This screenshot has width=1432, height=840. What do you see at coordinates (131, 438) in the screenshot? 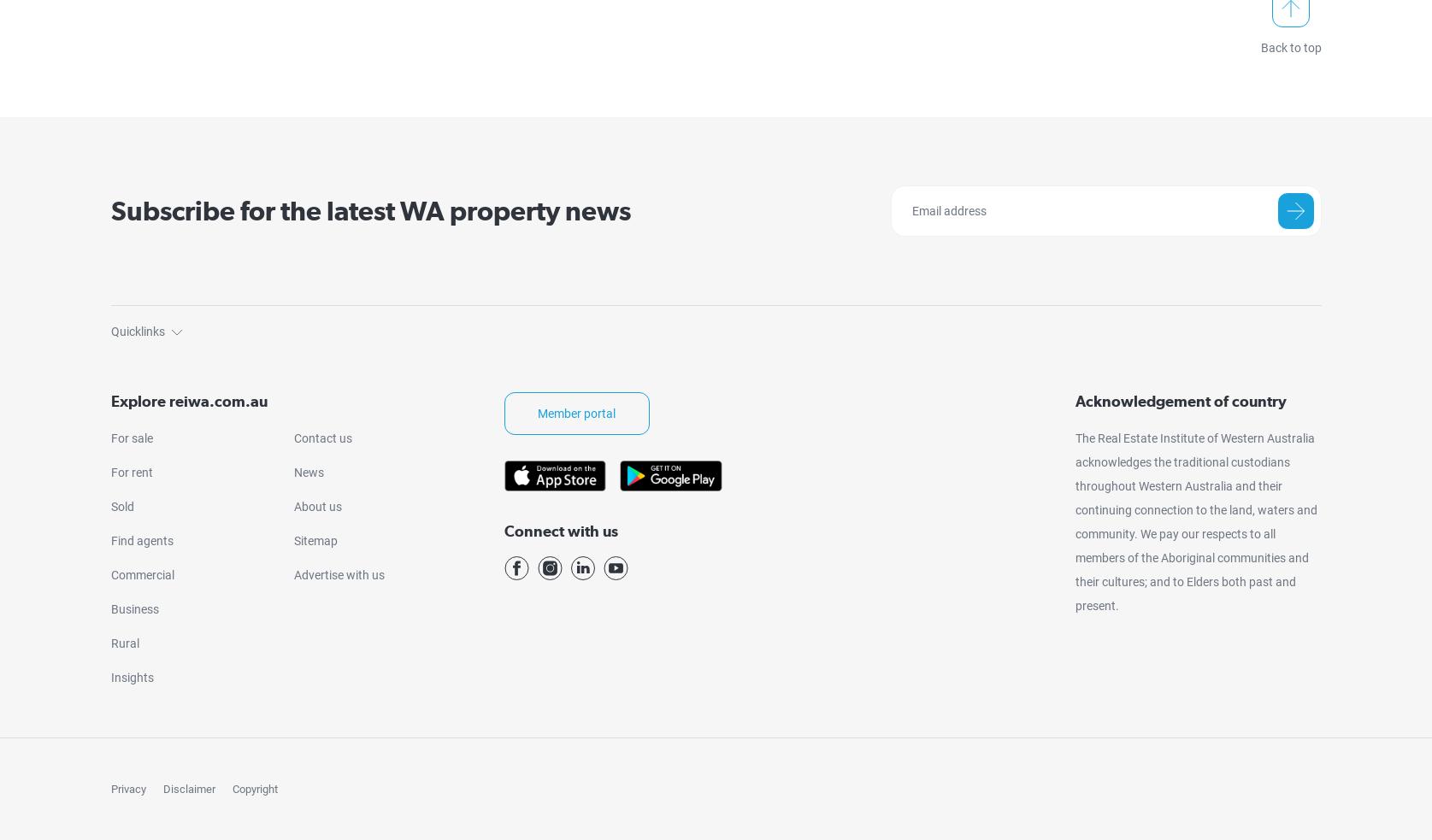
I see `'For sale'` at bounding box center [131, 438].